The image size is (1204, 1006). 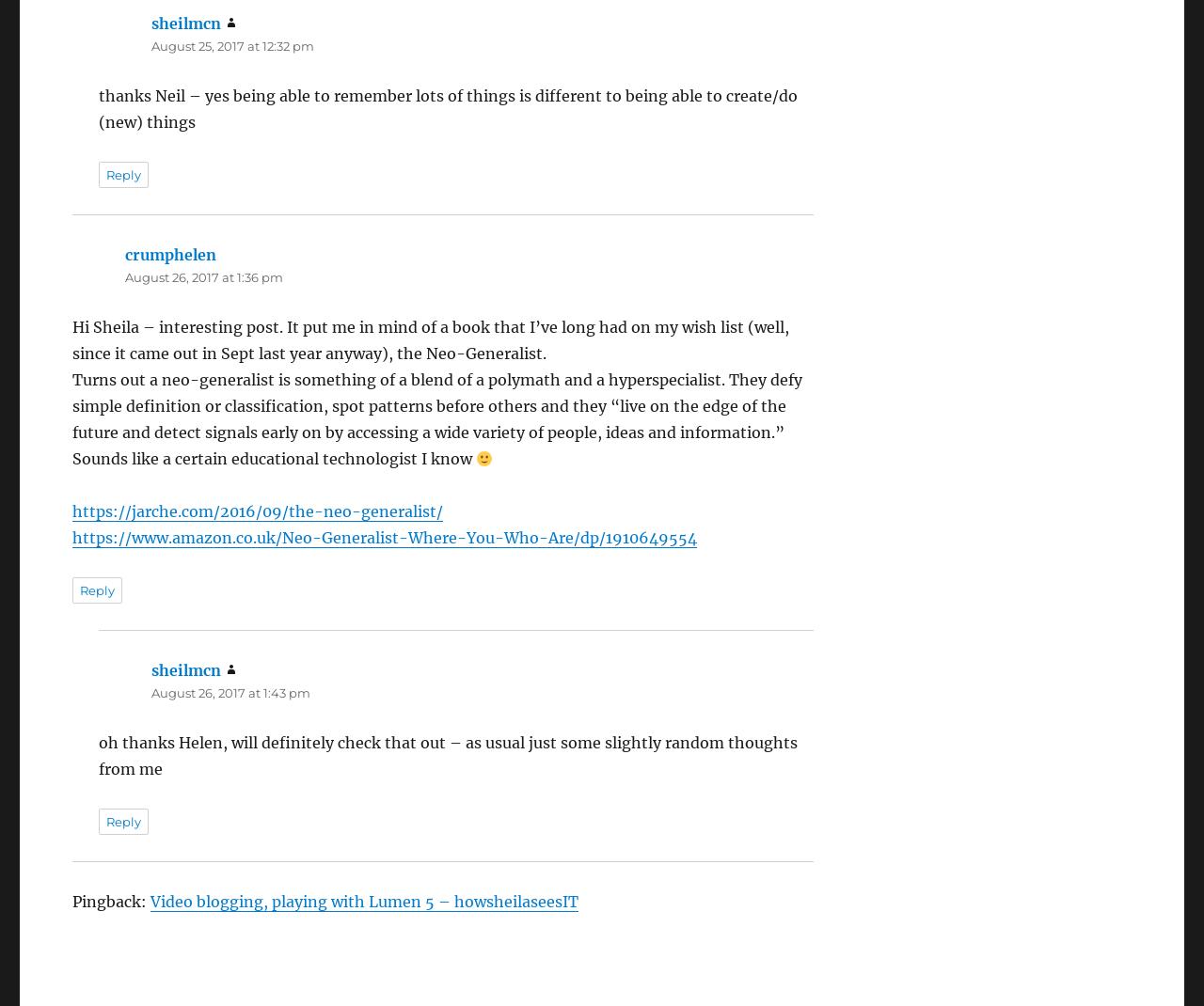 What do you see at coordinates (447, 755) in the screenshot?
I see `'oh thanks Helen, will definitely check that out – as usual just some slightly random thoughts from me'` at bounding box center [447, 755].